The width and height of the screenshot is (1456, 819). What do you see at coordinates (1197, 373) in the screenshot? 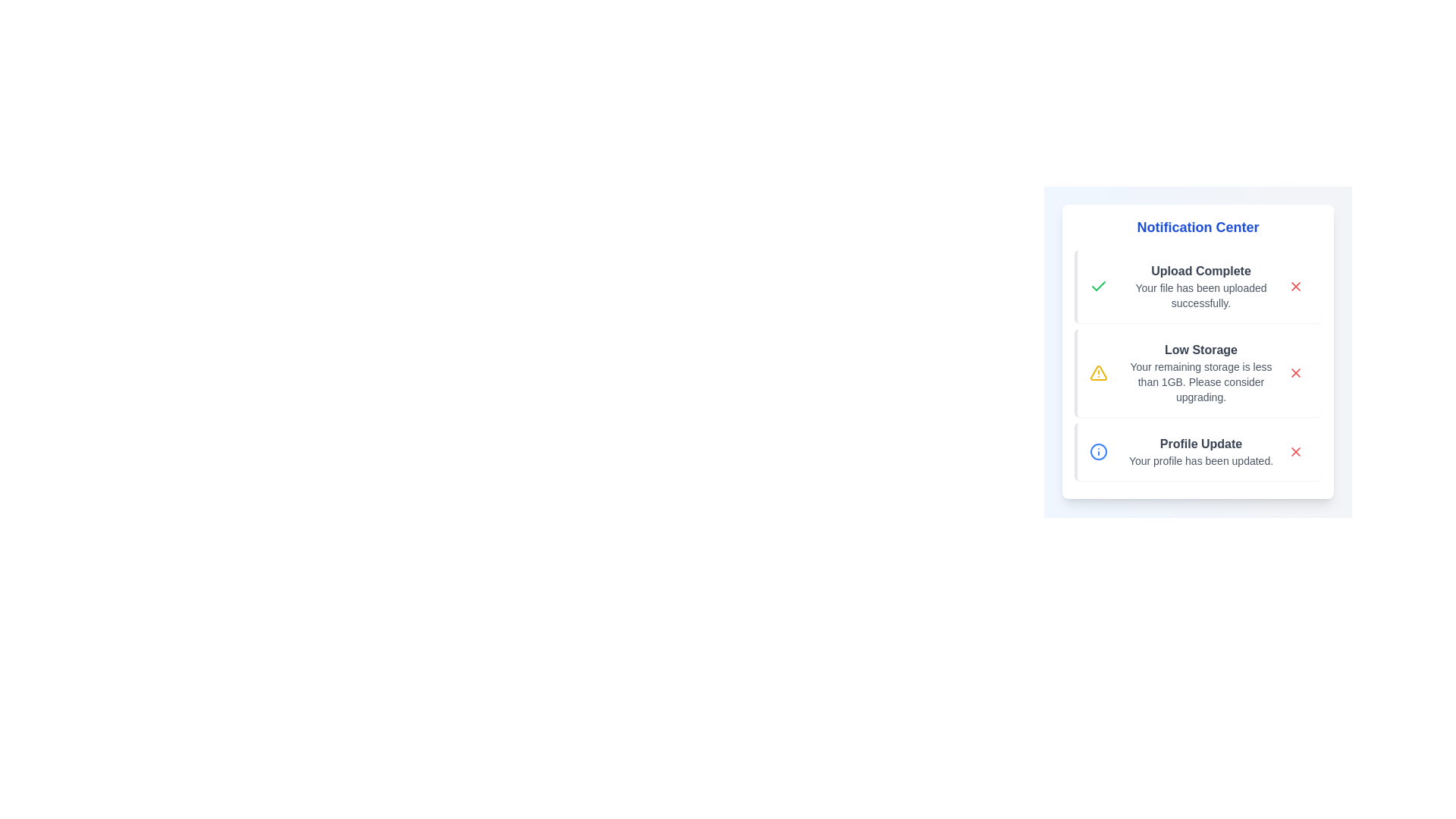
I see `the second notification card in the vertical list of the notification panel` at bounding box center [1197, 373].